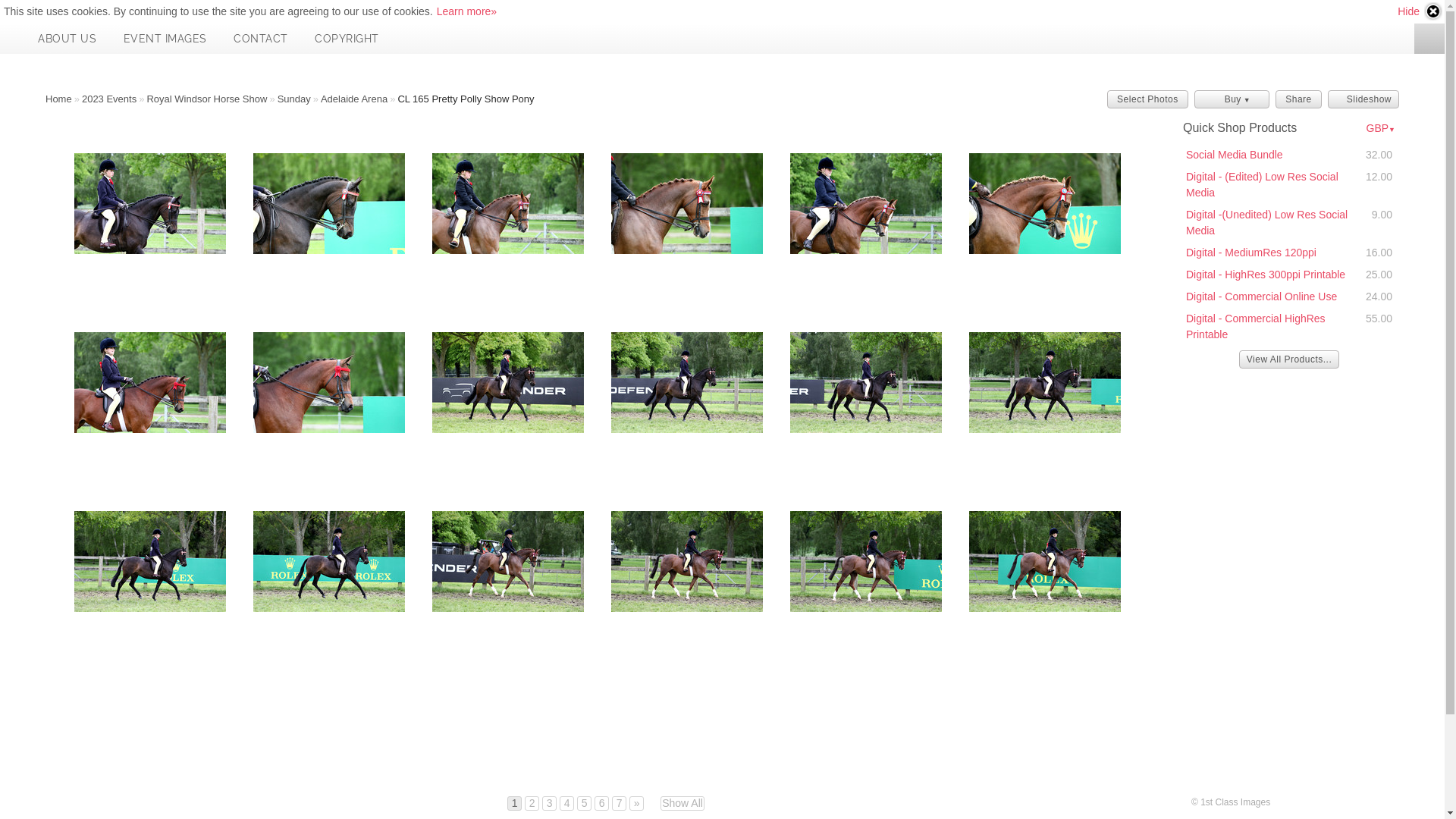  I want to click on '1', so click(514, 802).